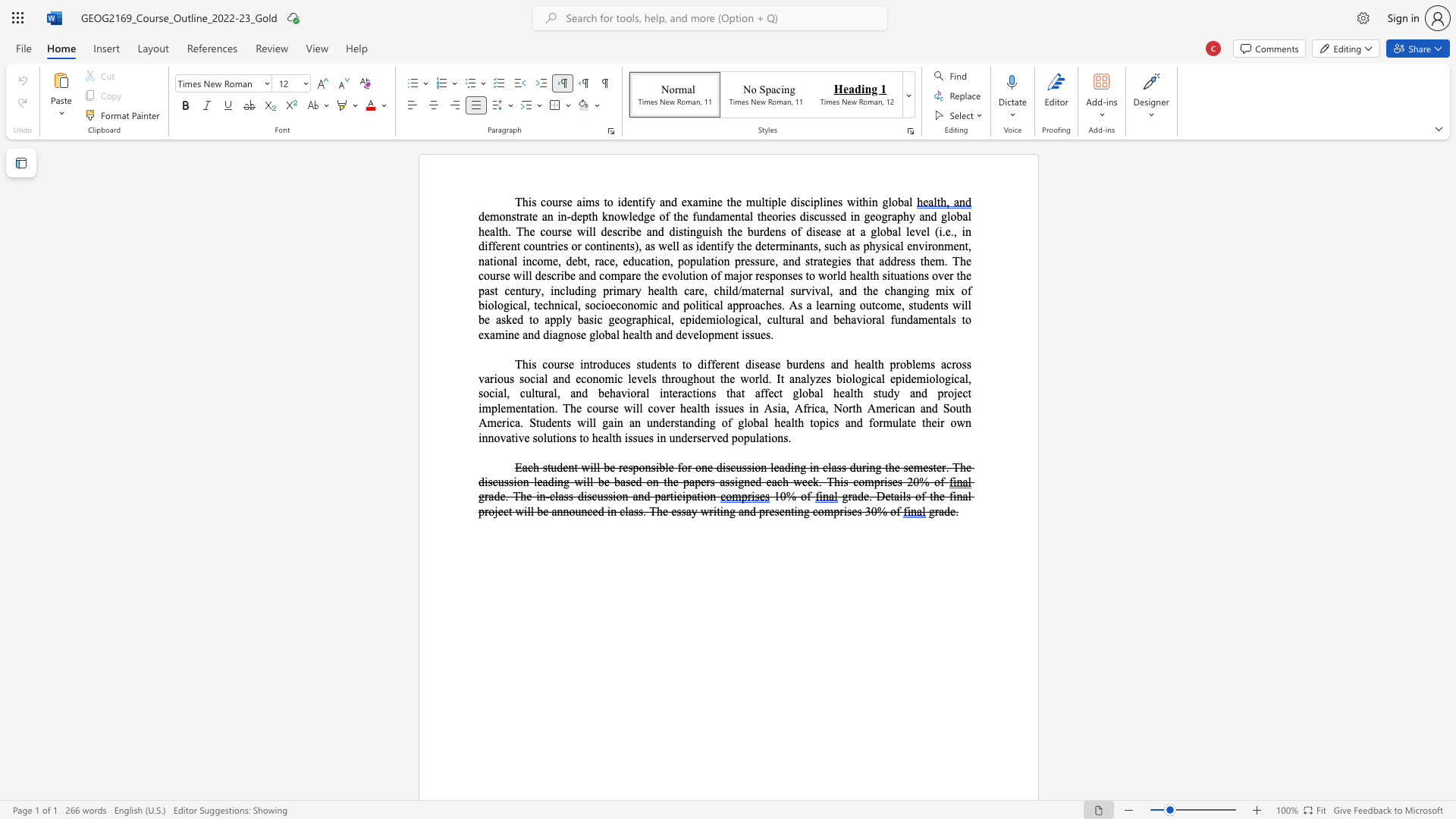 The image size is (1456, 819). Describe the element at coordinates (518, 201) in the screenshot. I see `the 1th character "T" in the text` at that location.